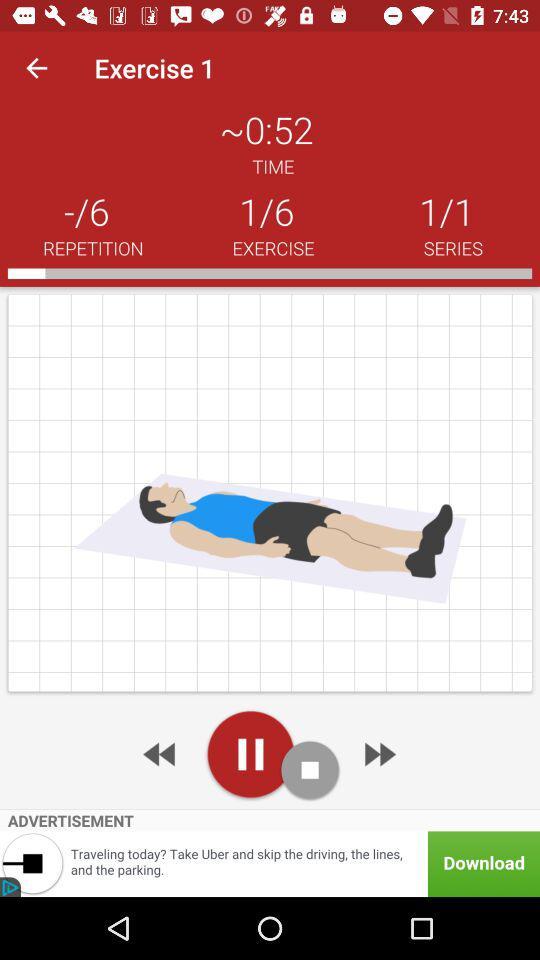 The image size is (540, 960). What do you see at coordinates (160, 753) in the screenshot?
I see `come back` at bounding box center [160, 753].